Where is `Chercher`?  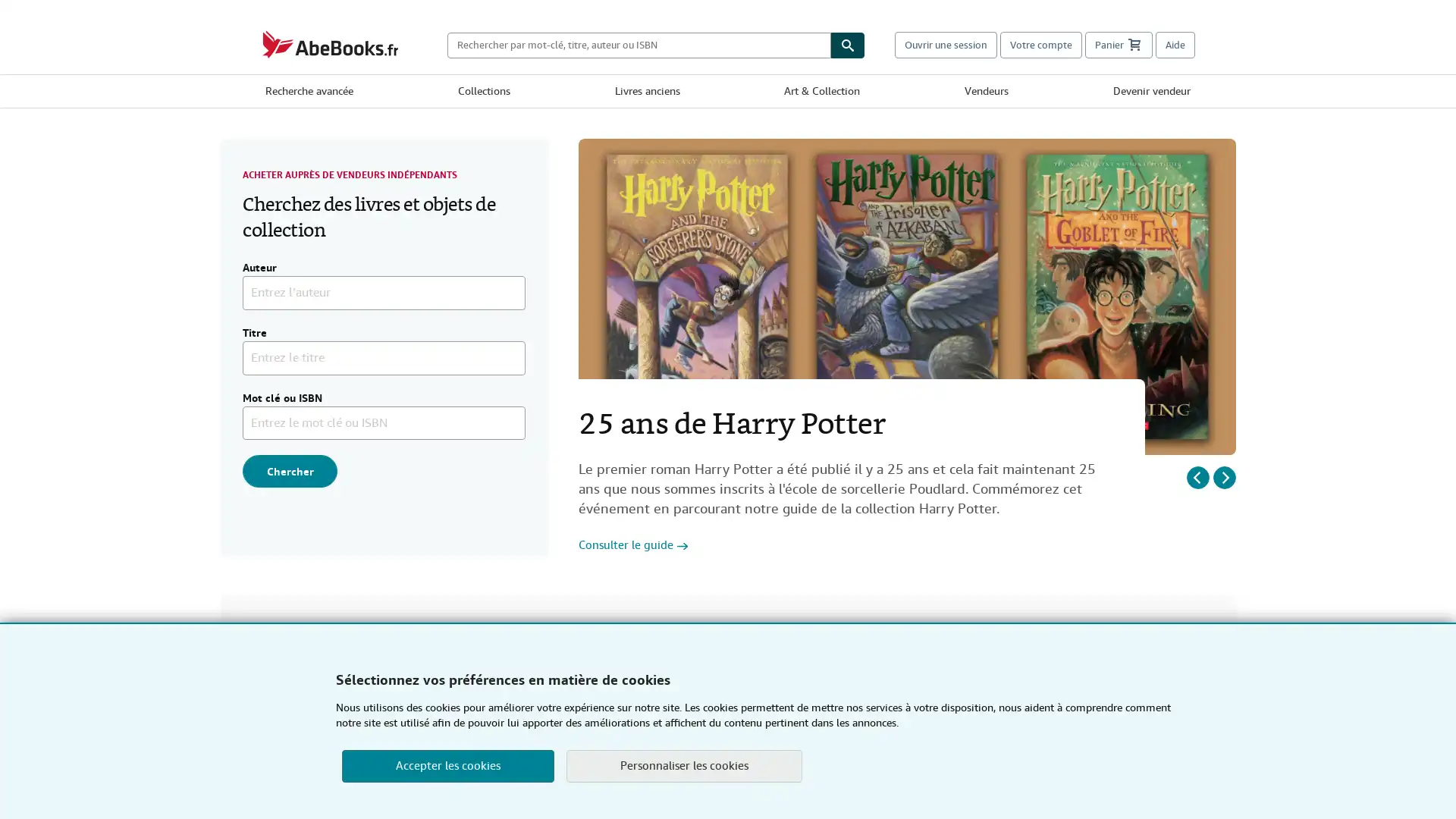 Chercher is located at coordinates (290, 470).